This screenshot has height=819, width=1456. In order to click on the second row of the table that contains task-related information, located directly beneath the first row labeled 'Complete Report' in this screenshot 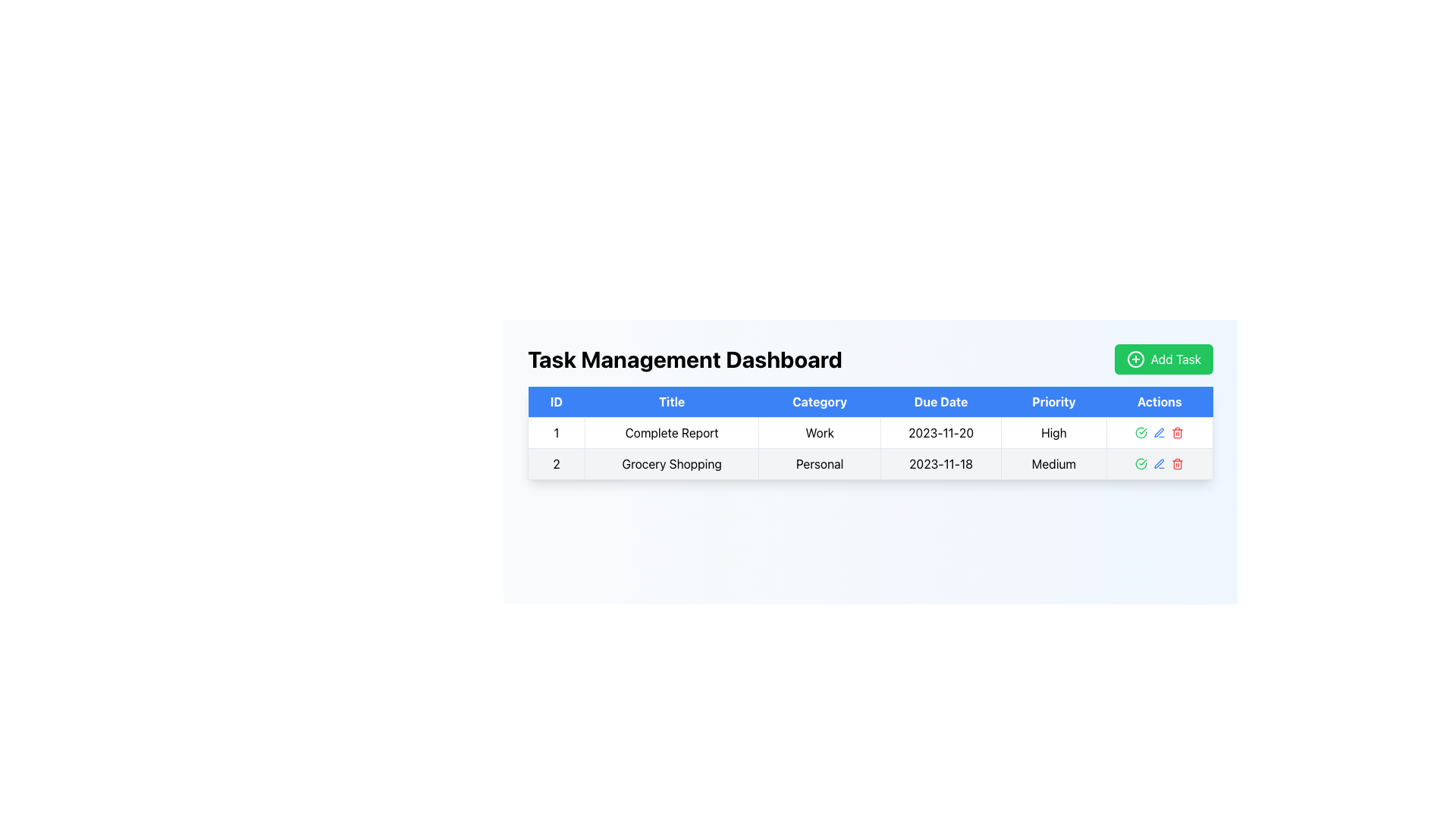, I will do `click(870, 463)`.